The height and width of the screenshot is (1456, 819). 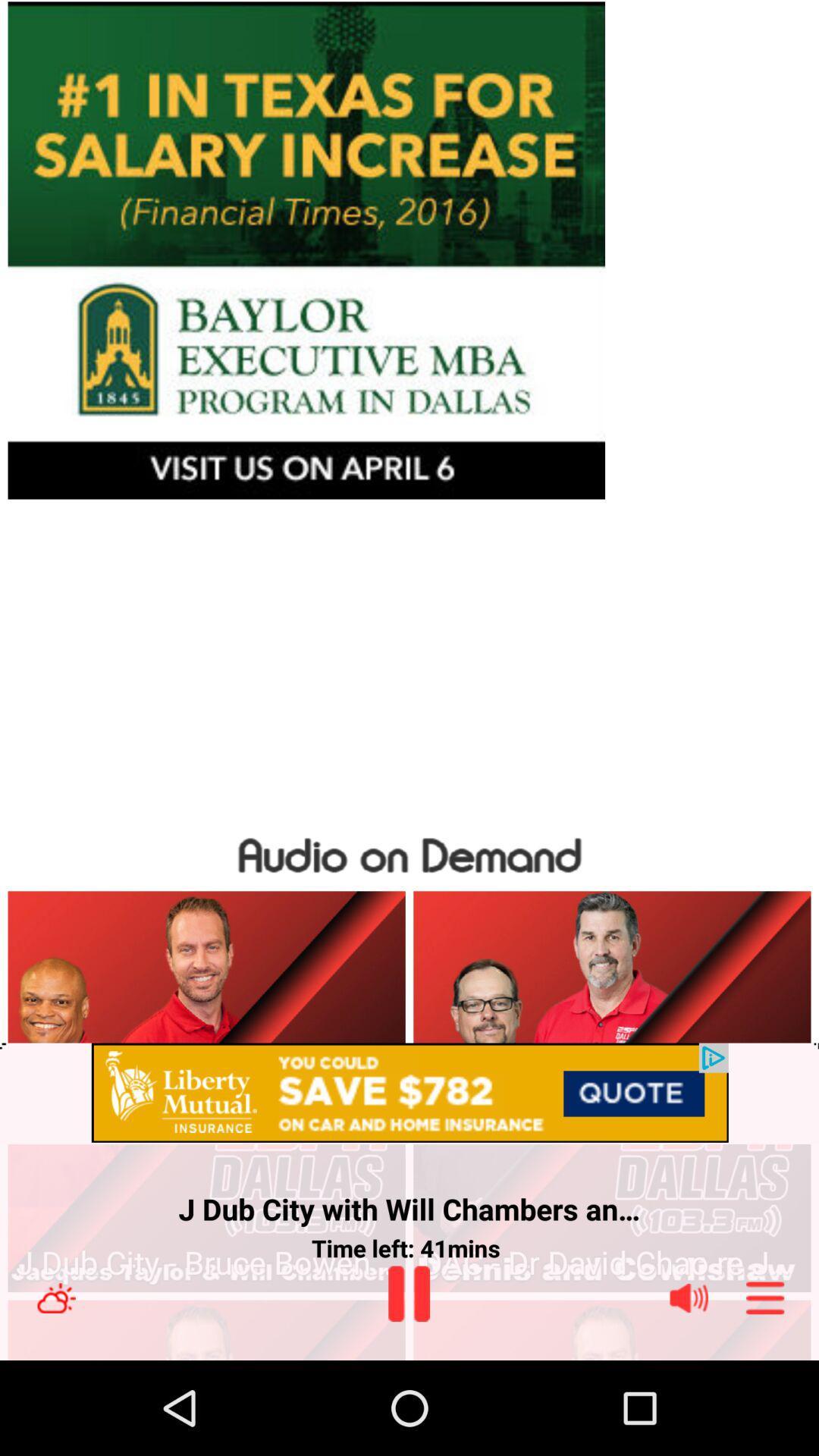 What do you see at coordinates (408, 1293) in the screenshot?
I see `pauses video` at bounding box center [408, 1293].